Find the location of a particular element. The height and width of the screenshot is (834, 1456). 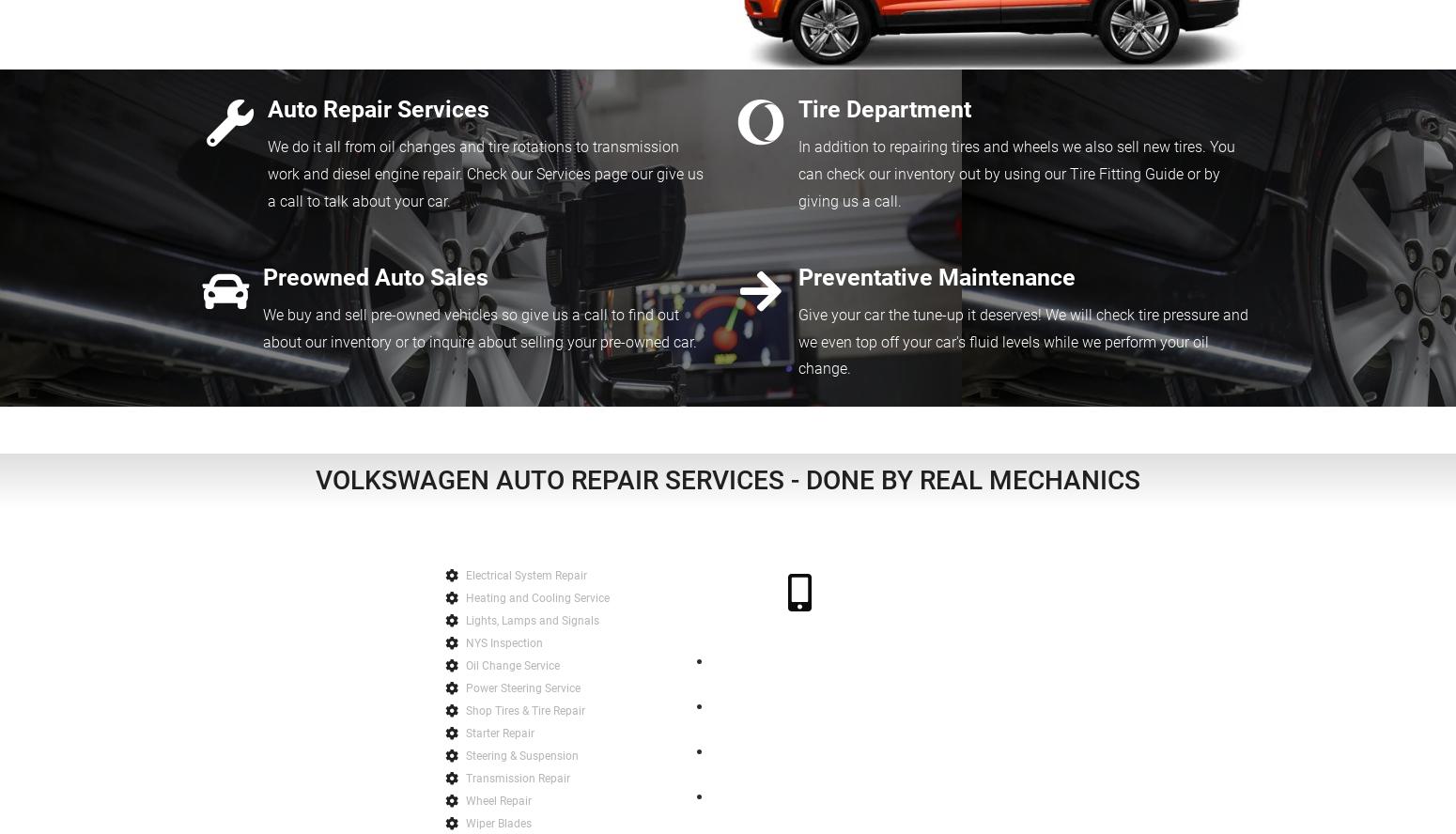

'We do it all from oil changes and tire rotations to transmission work and diesel engine repair. Check our Services page our give us a call to talk about your car.' is located at coordinates (484, 173).